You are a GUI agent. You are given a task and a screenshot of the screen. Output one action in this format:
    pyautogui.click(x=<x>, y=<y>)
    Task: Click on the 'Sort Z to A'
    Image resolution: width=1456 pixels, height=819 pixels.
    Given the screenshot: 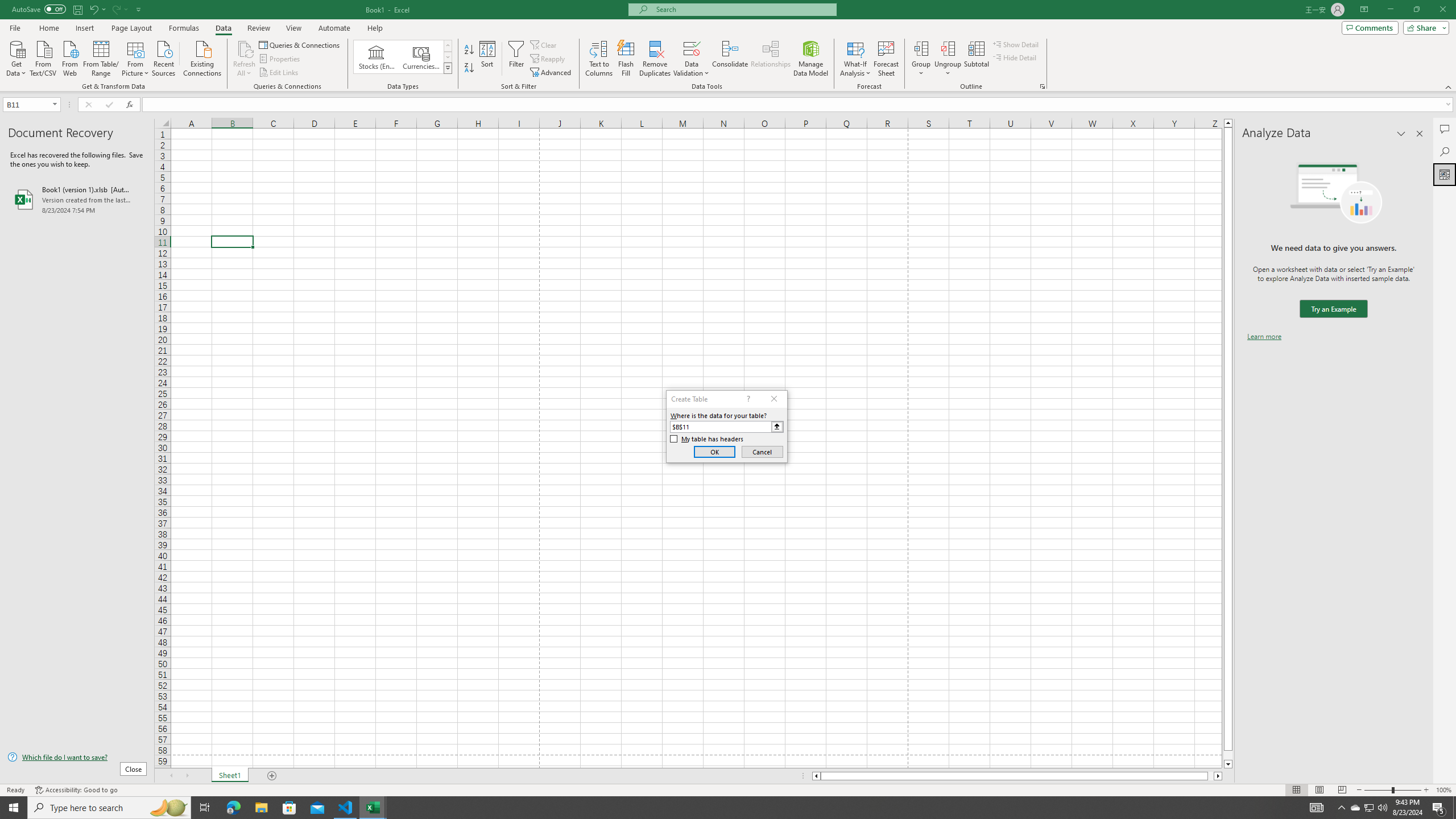 What is the action you would take?
    pyautogui.click(x=469, y=67)
    